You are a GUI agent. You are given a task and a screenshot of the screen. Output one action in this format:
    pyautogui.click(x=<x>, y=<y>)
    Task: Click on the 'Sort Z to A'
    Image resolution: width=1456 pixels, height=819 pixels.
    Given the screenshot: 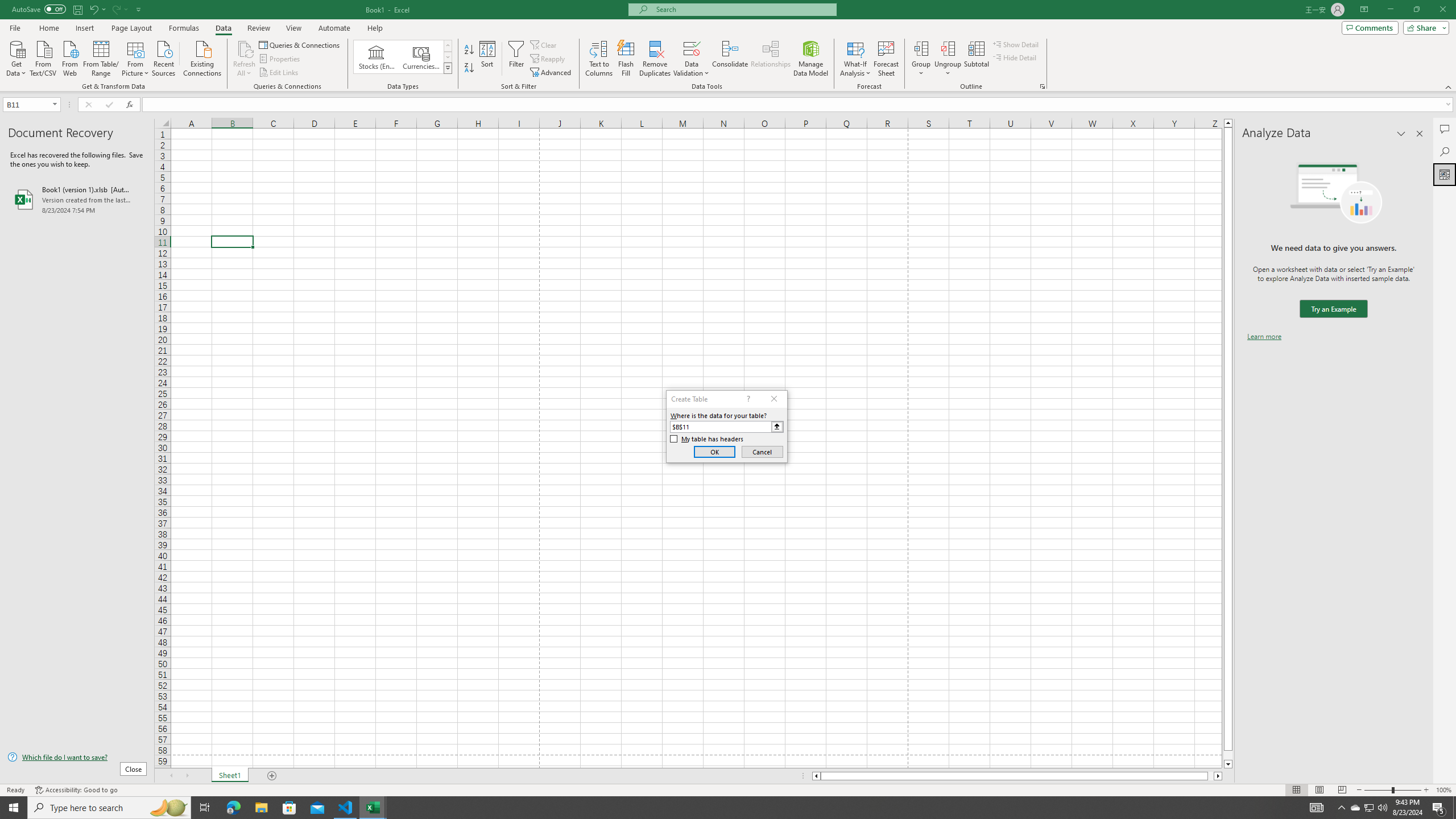 What is the action you would take?
    pyautogui.click(x=469, y=67)
    